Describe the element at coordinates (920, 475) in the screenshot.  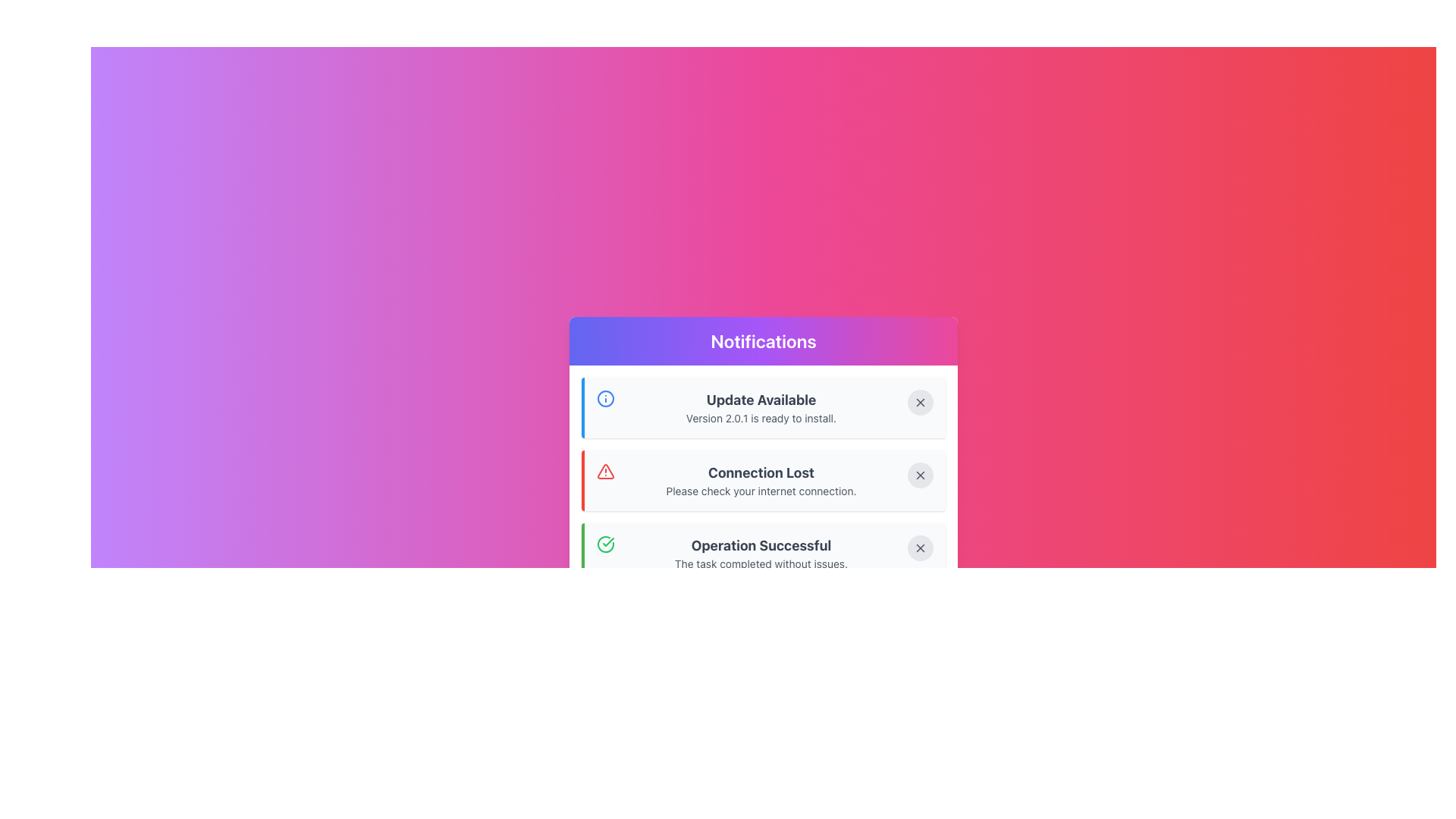
I see `the close button located on the right side of the 'Connection Lost' notification` at that location.